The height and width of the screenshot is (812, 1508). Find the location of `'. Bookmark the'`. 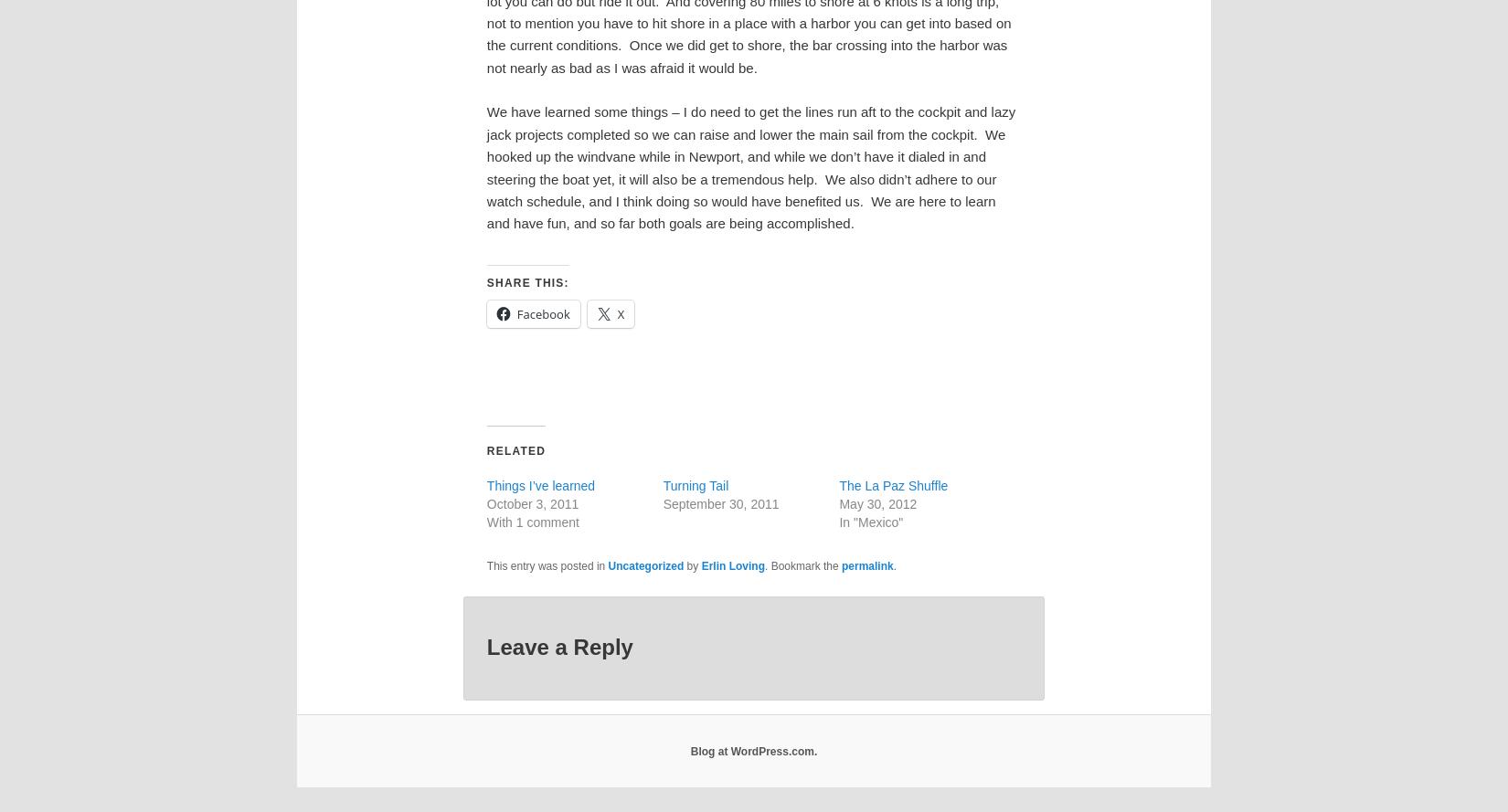

'. Bookmark the' is located at coordinates (764, 564).